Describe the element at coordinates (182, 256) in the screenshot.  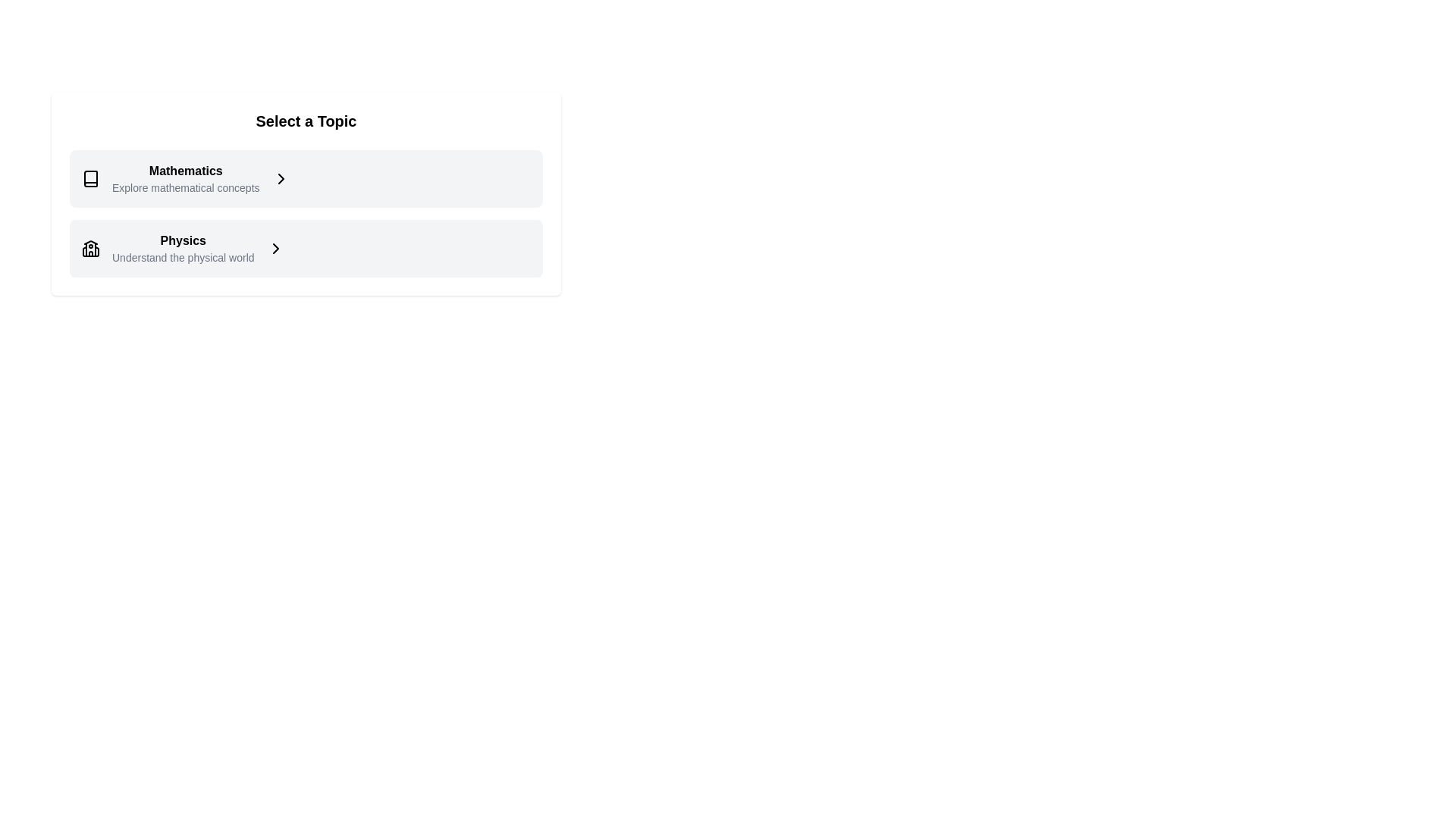
I see `descriptive information provided by the non-interactive label located below the bold title 'Physics', which serves as a subtitle or explanation for the Physics option` at that location.